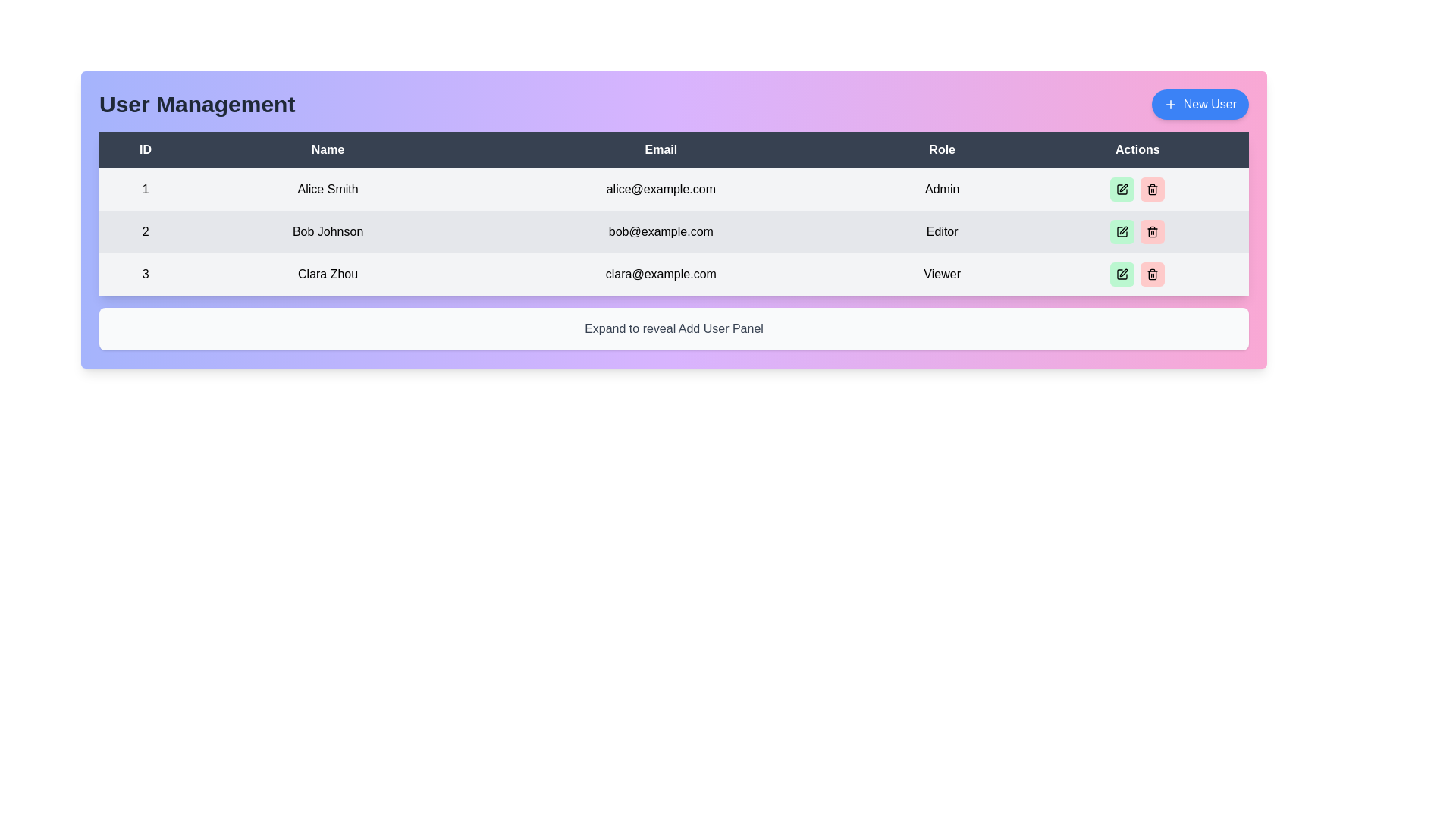 This screenshot has width=1456, height=819. I want to click on the trash icon in the 'Actions' column of the first row of the user table to invoke deletion, so click(1153, 189).